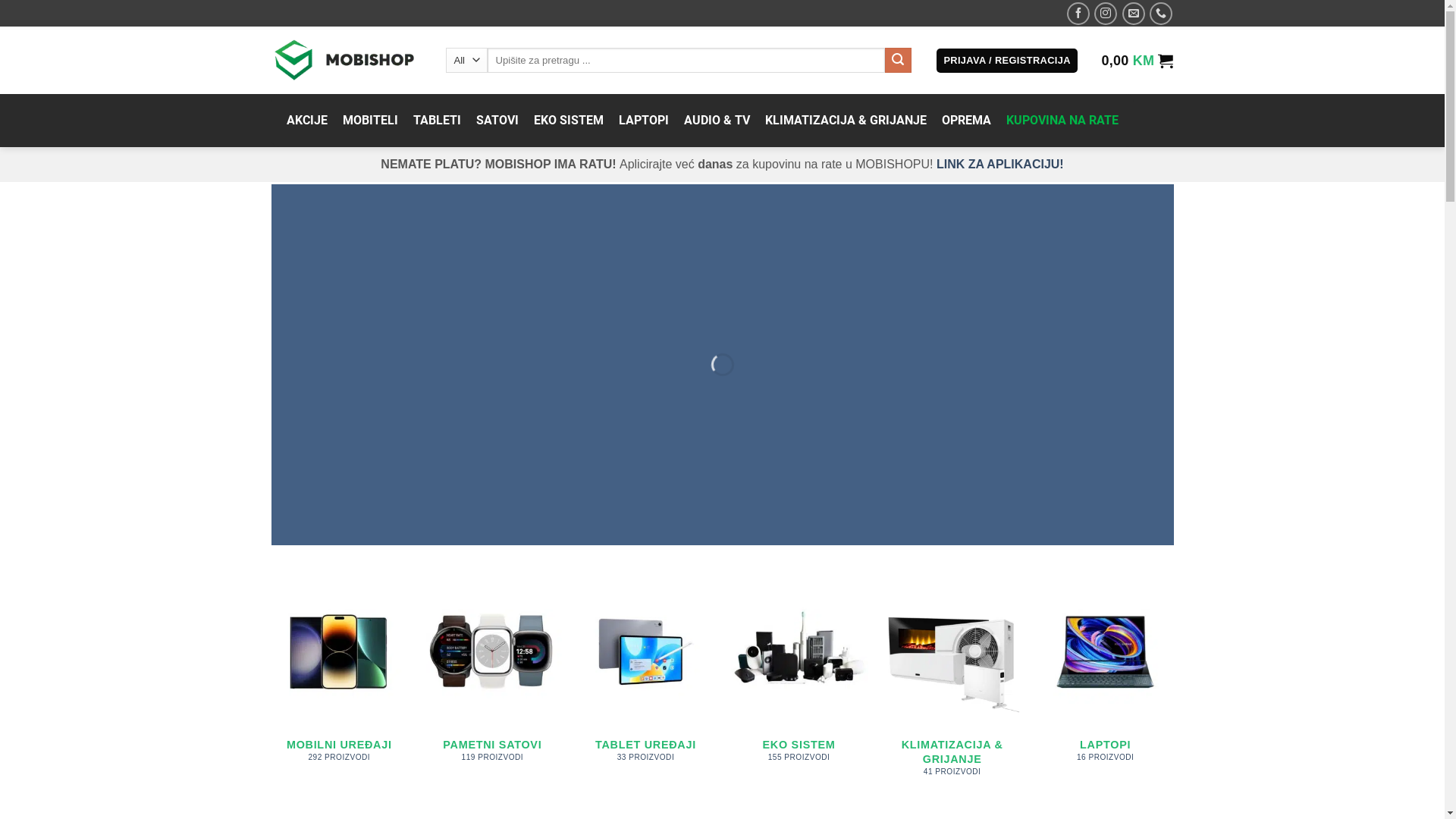  I want to click on 'SATOVI', so click(497, 119).